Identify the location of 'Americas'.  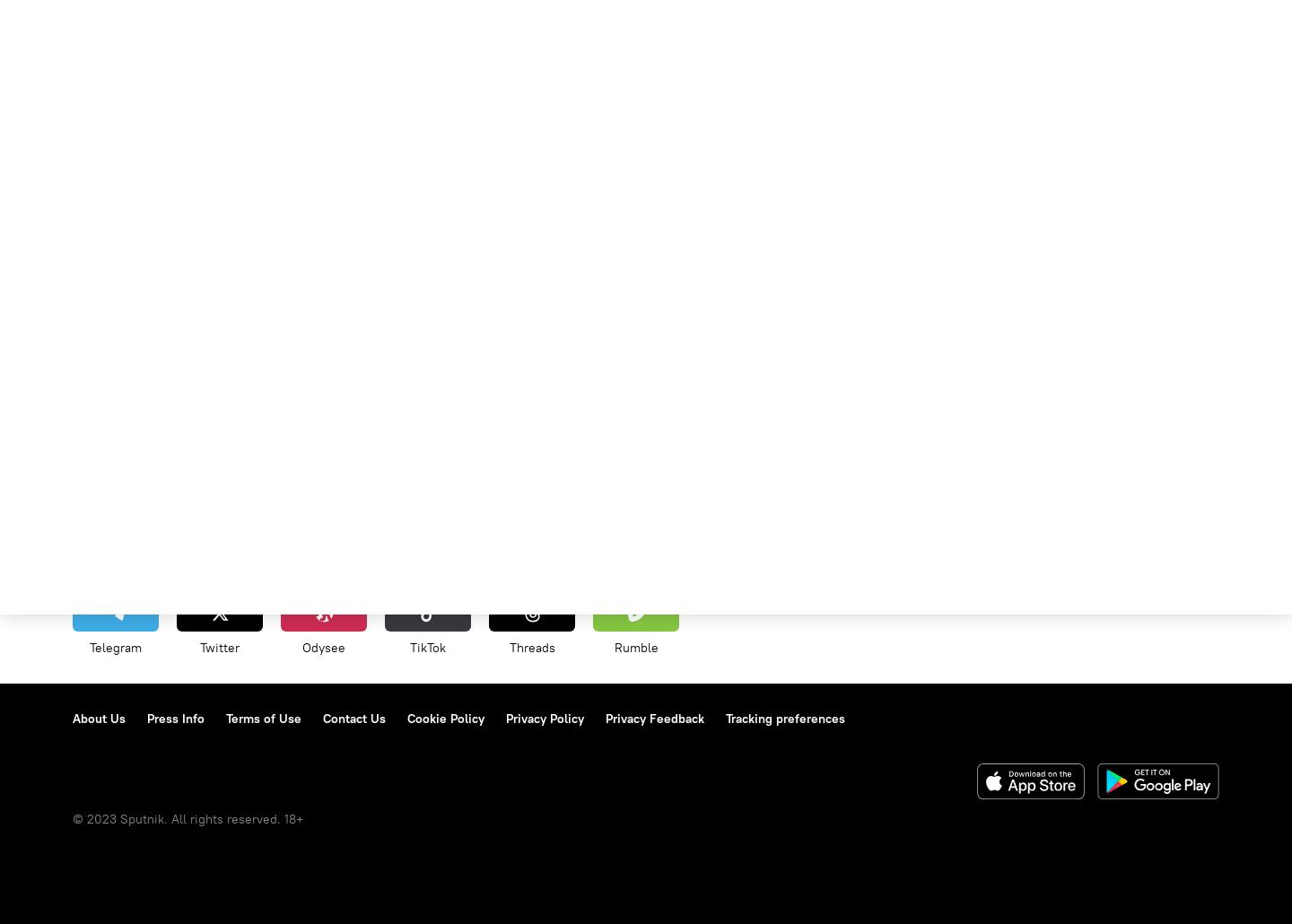
(429, 554).